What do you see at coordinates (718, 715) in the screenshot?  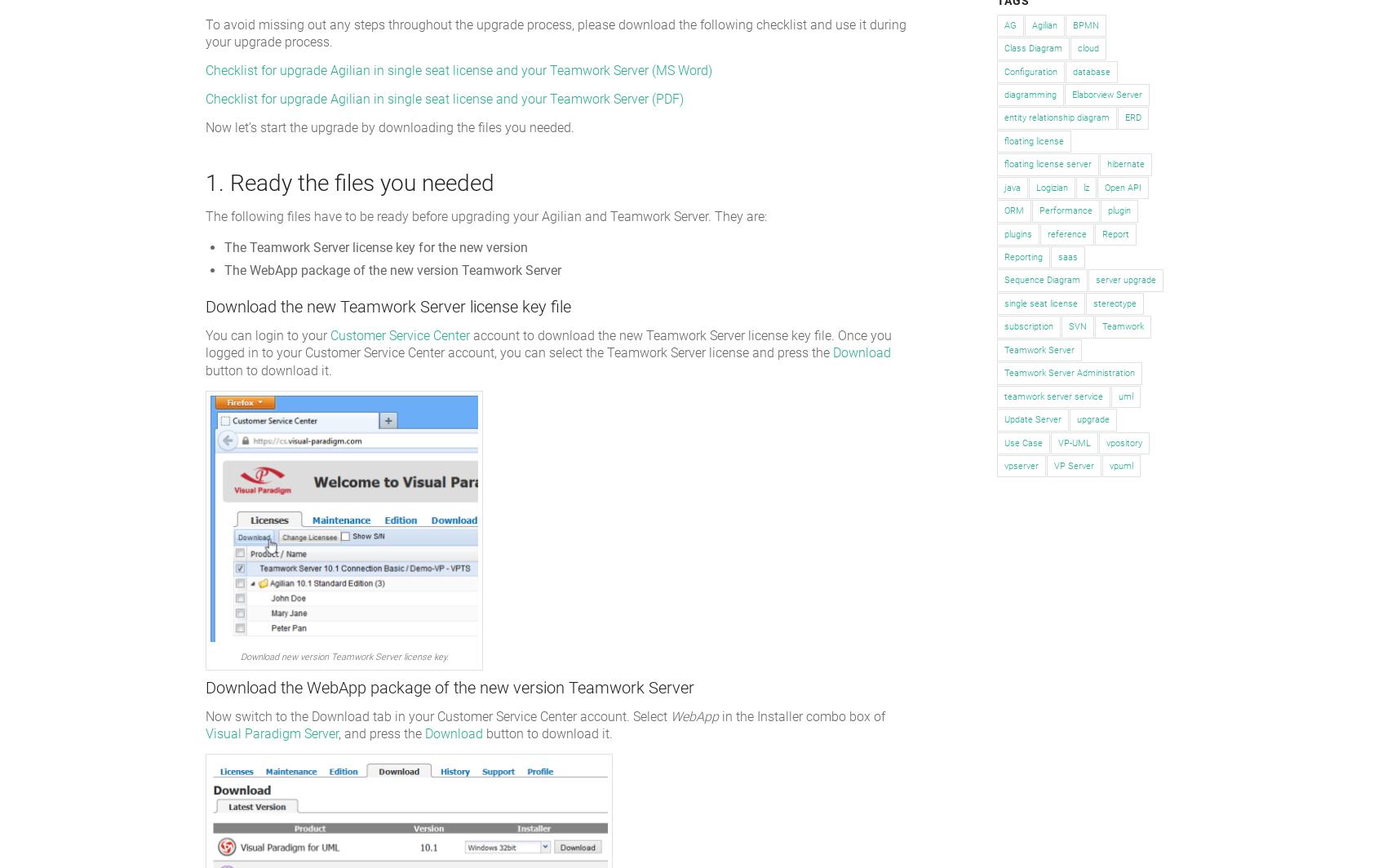 I see `'in the Installer combo box of'` at bounding box center [718, 715].